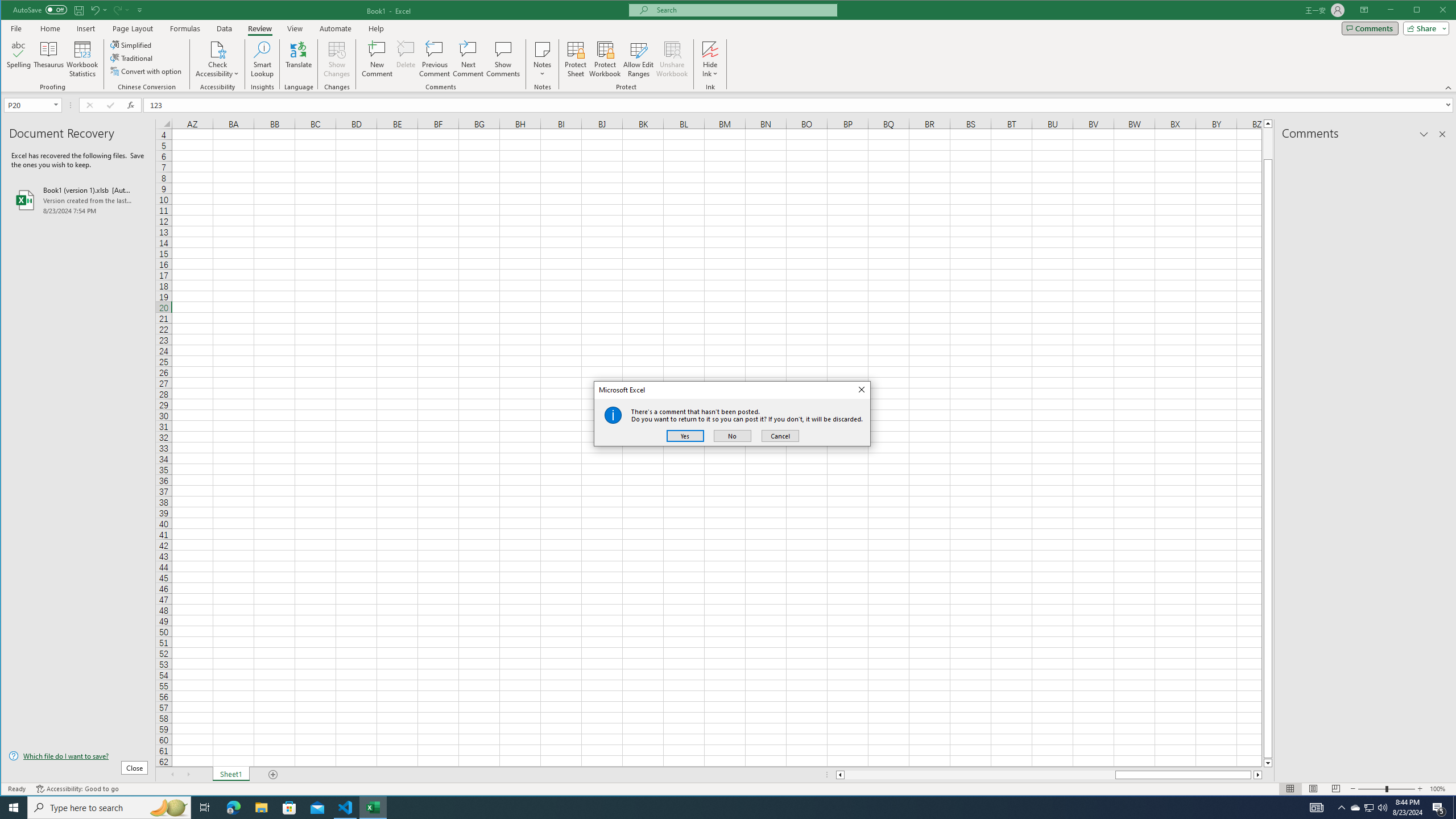  Describe the element at coordinates (780, 435) in the screenshot. I see `'Cancel'` at that location.